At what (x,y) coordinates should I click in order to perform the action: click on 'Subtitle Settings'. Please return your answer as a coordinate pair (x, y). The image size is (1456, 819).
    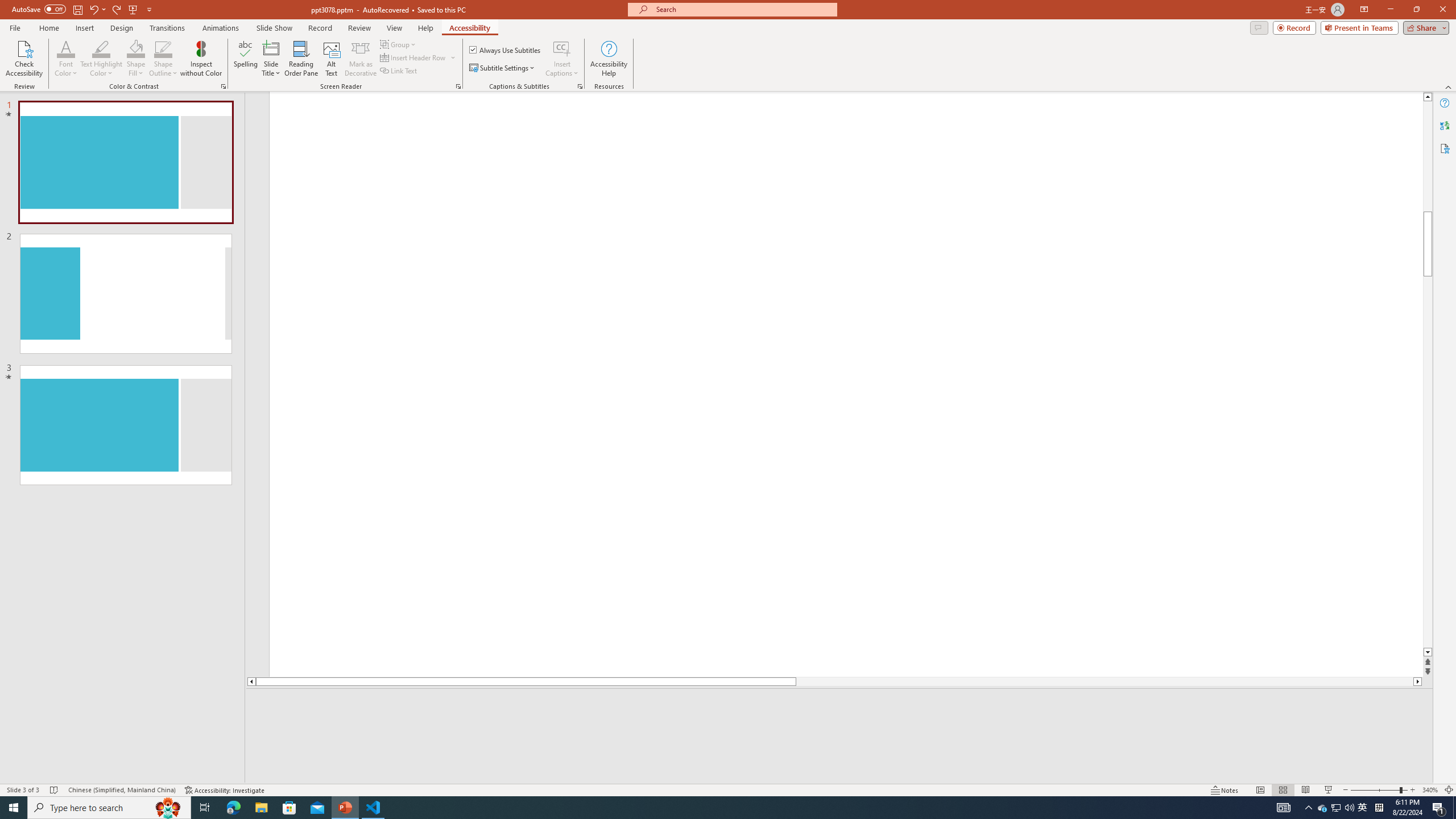
    Looking at the image, I should click on (503, 67).